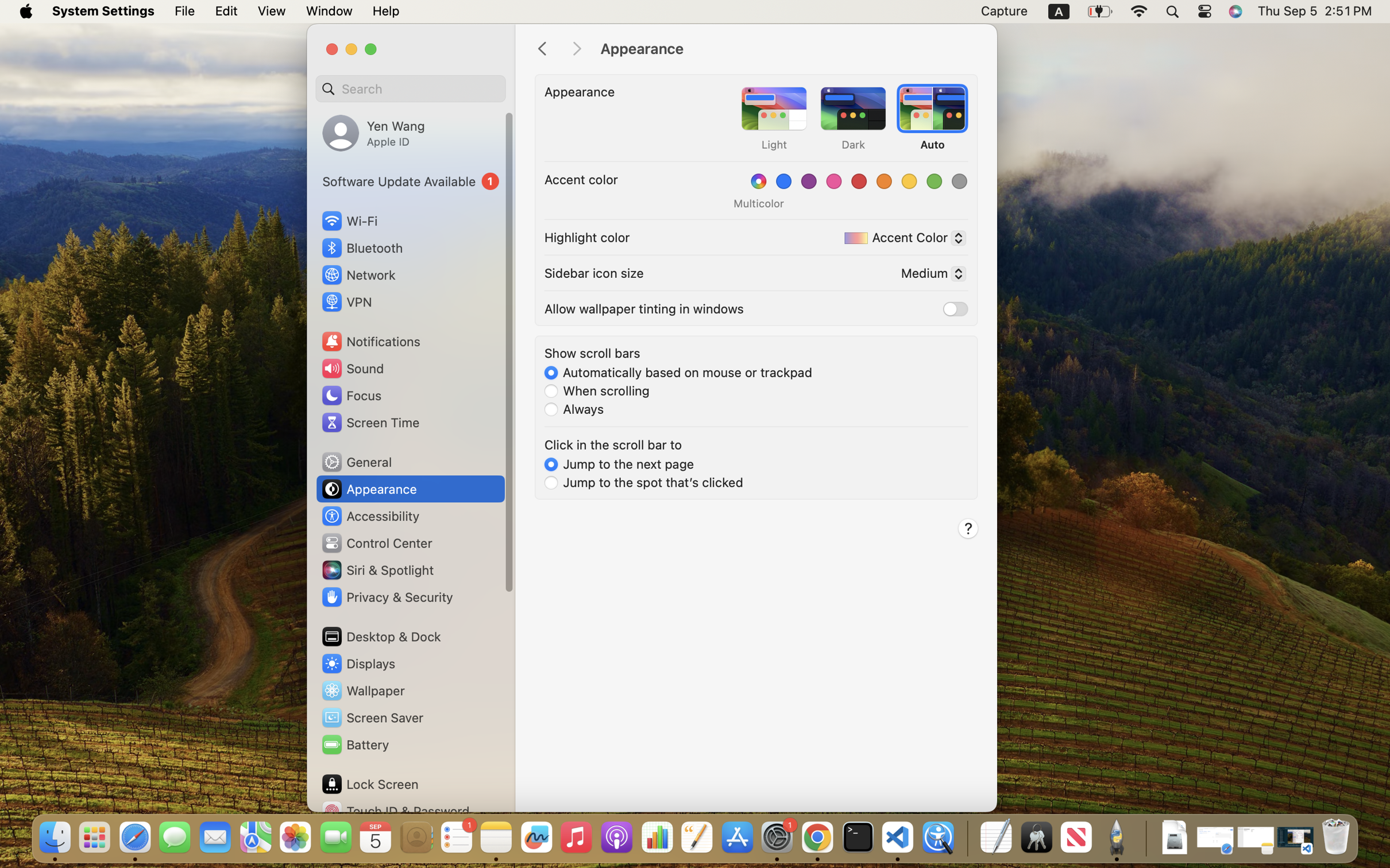 Image resolution: width=1390 pixels, height=868 pixels. Describe the element at coordinates (373, 132) in the screenshot. I see `'Yen Wang, Apple ID'` at that location.